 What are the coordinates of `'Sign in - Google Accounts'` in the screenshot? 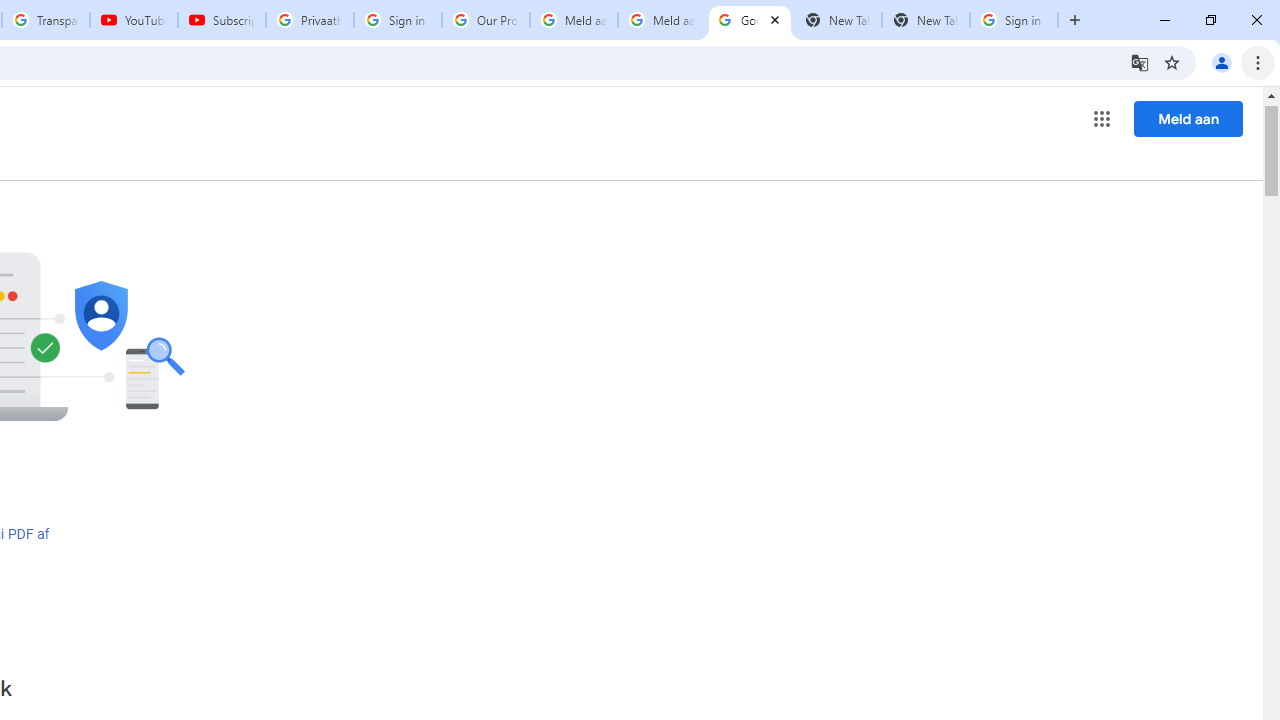 It's located at (398, 20).